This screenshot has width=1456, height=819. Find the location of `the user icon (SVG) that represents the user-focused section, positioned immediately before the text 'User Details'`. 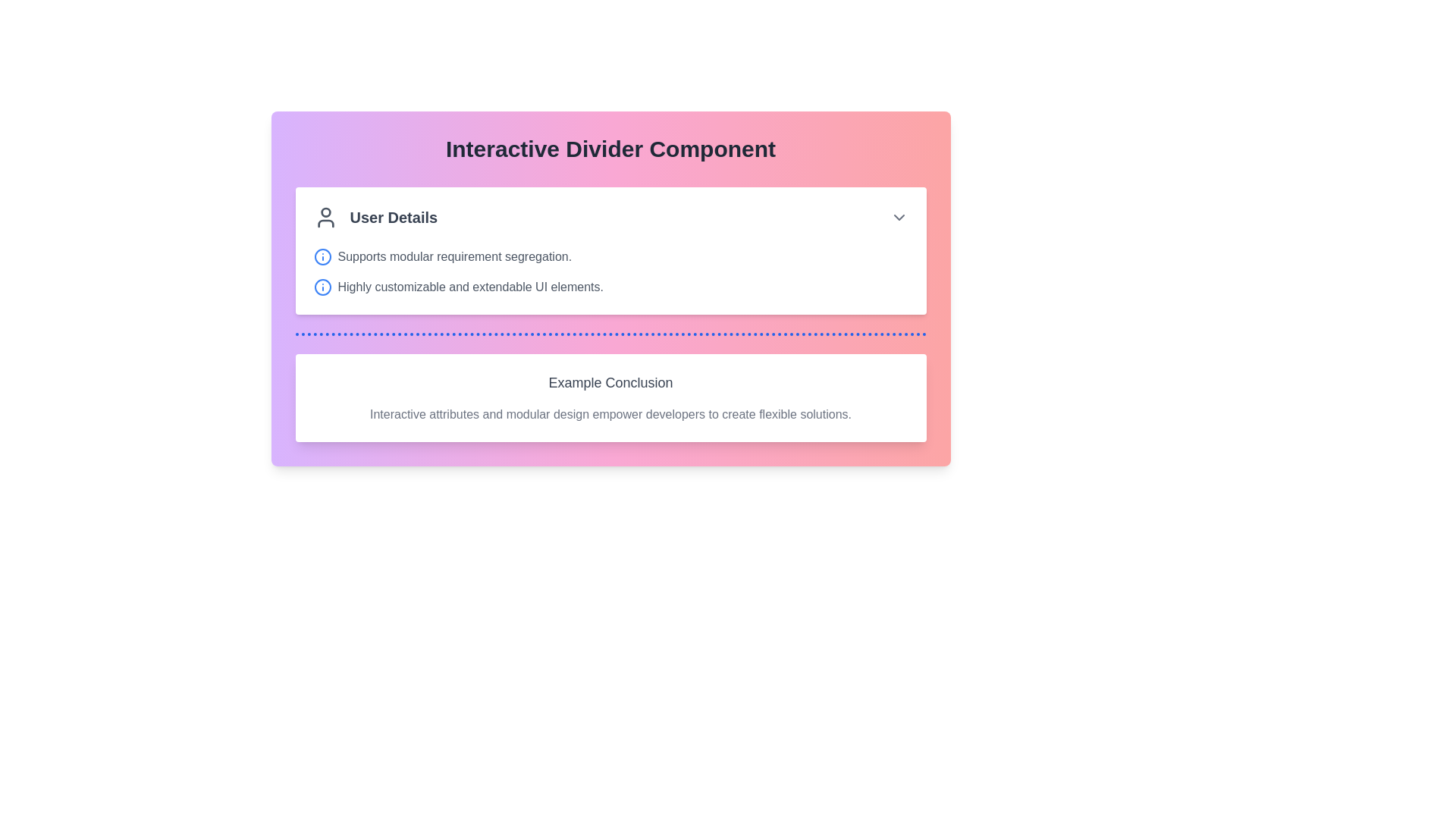

the user icon (SVG) that represents the user-focused section, positioned immediately before the text 'User Details' is located at coordinates (325, 217).